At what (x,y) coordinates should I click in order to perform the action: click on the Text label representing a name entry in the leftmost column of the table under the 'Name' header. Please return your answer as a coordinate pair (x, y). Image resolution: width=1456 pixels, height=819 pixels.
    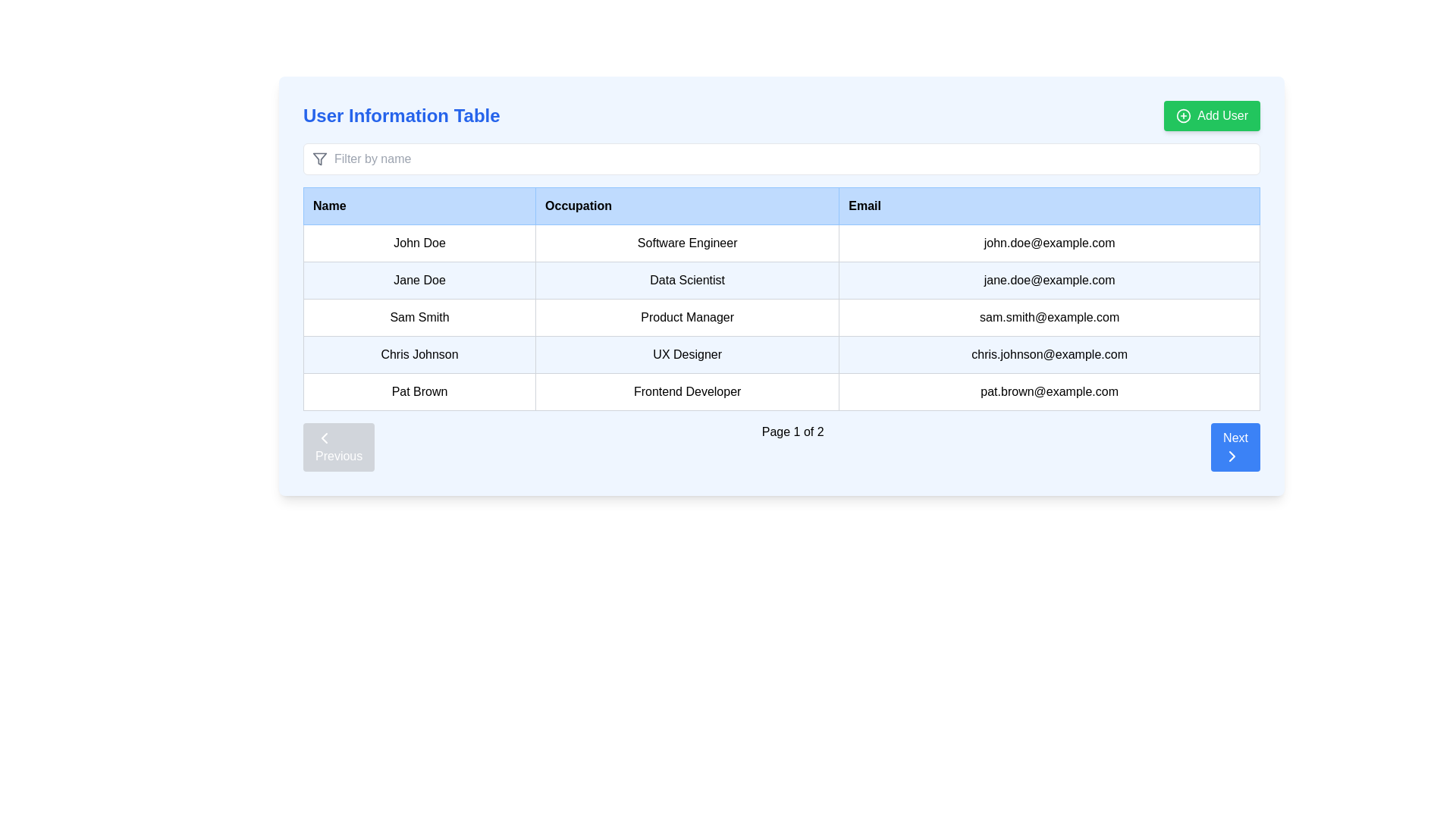
    Looking at the image, I should click on (419, 281).